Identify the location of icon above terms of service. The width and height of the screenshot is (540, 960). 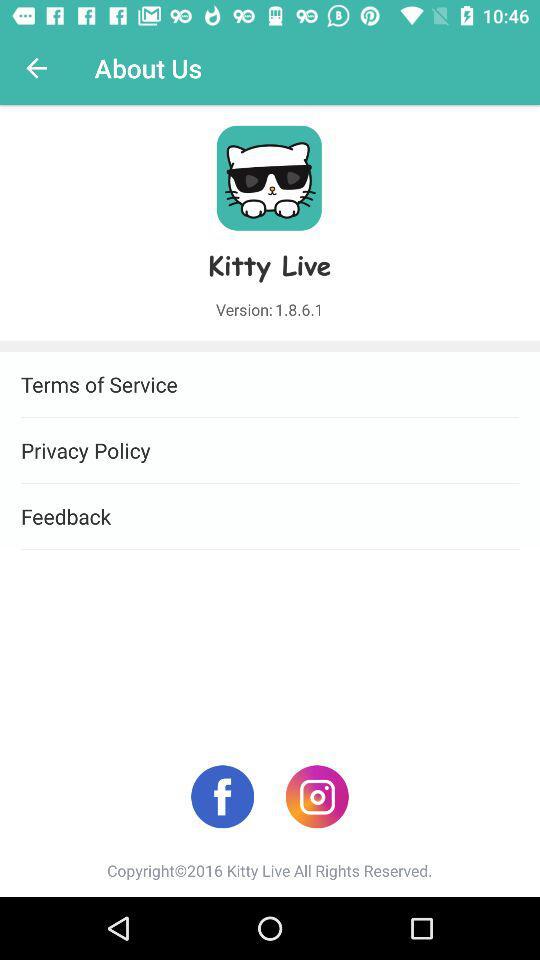
(36, 68).